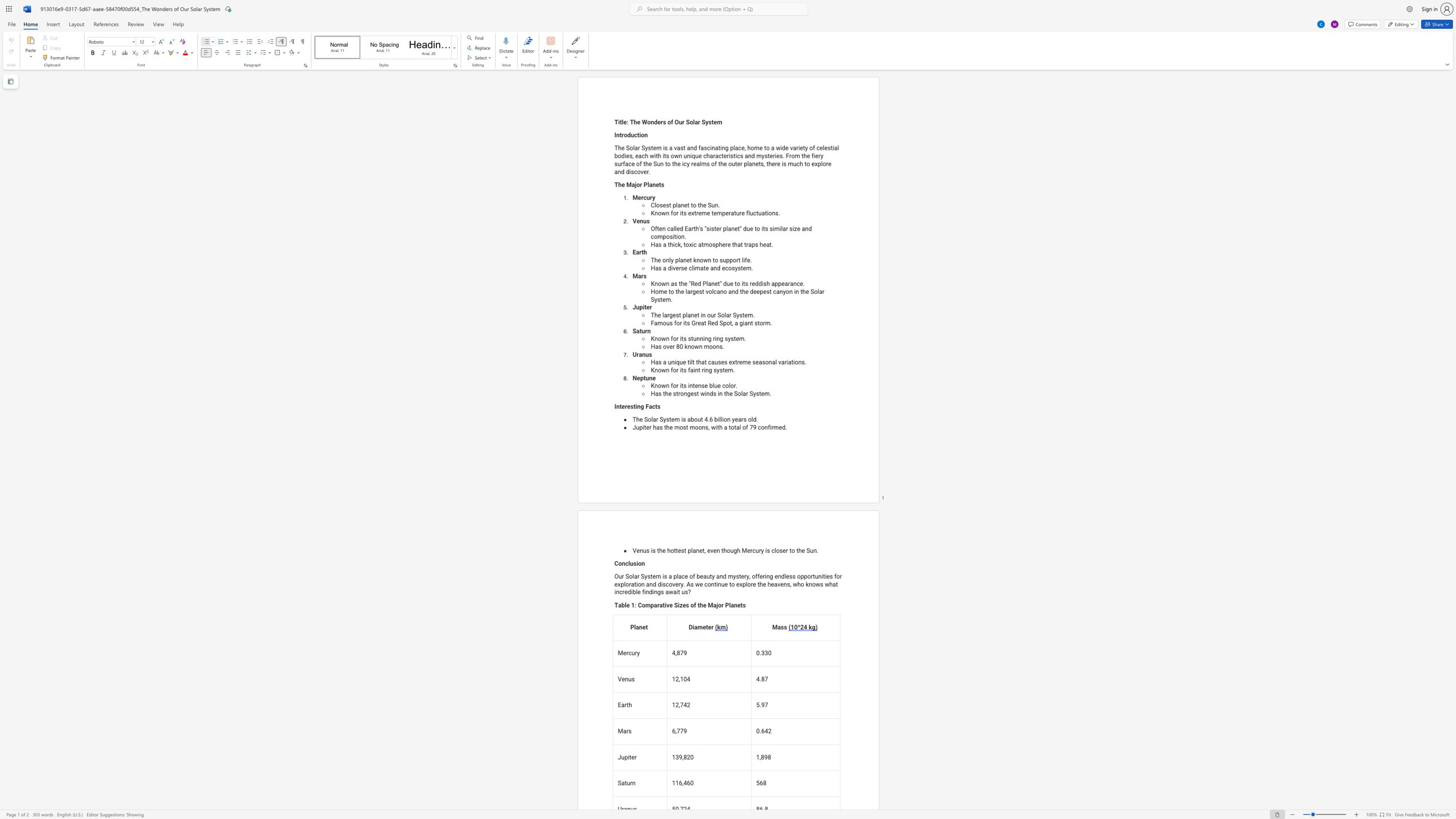 Image resolution: width=1456 pixels, height=819 pixels. Describe the element at coordinates (664, 362) in the screenshot. I see `the 2th character "a" in the text` at that location.